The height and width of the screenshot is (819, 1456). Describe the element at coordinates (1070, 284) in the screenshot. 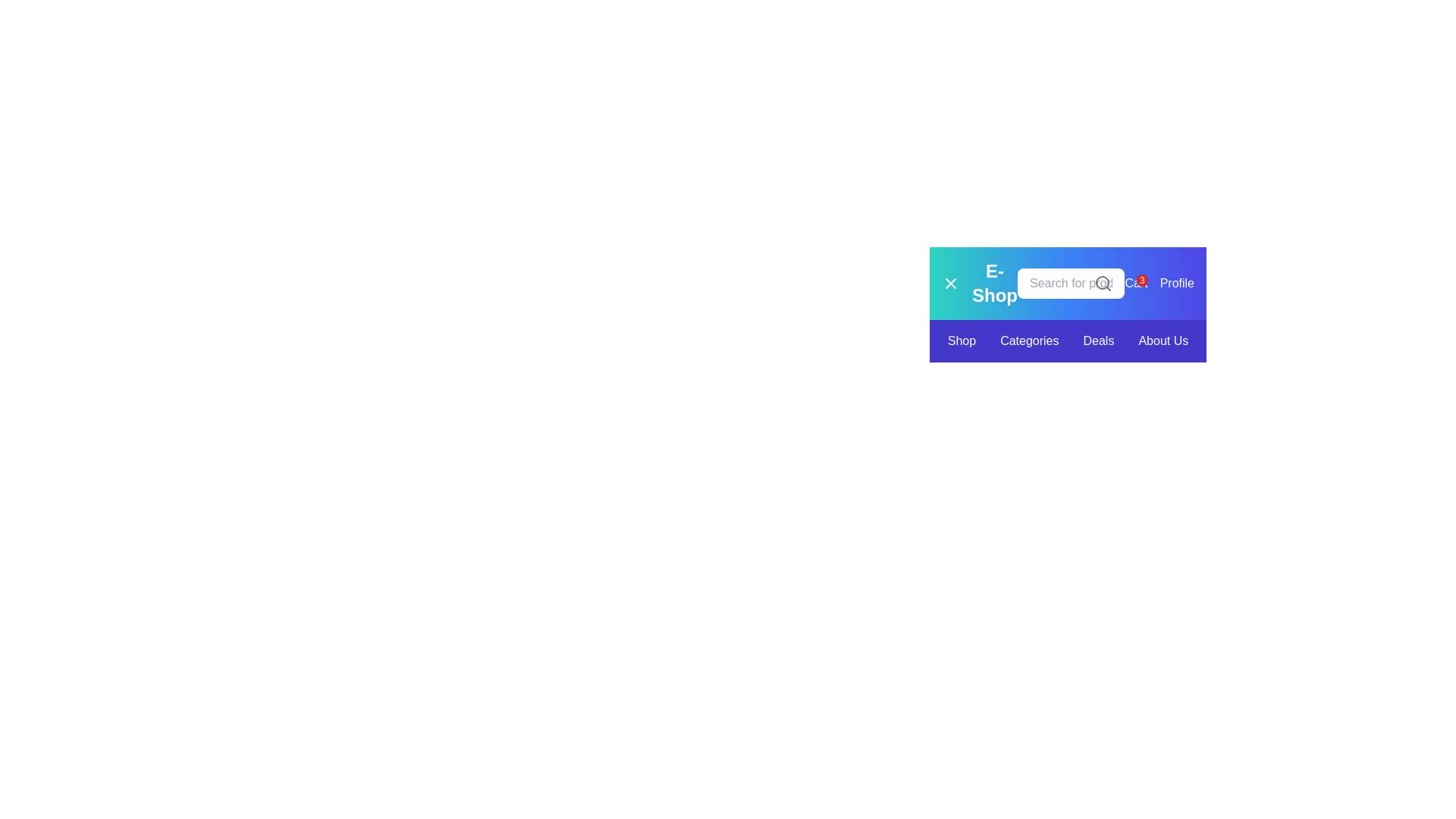

I see `to focus on the text input field for product search located centrally in the header section, between the 'E-Shop' logo and the cart/profile options` at that location.